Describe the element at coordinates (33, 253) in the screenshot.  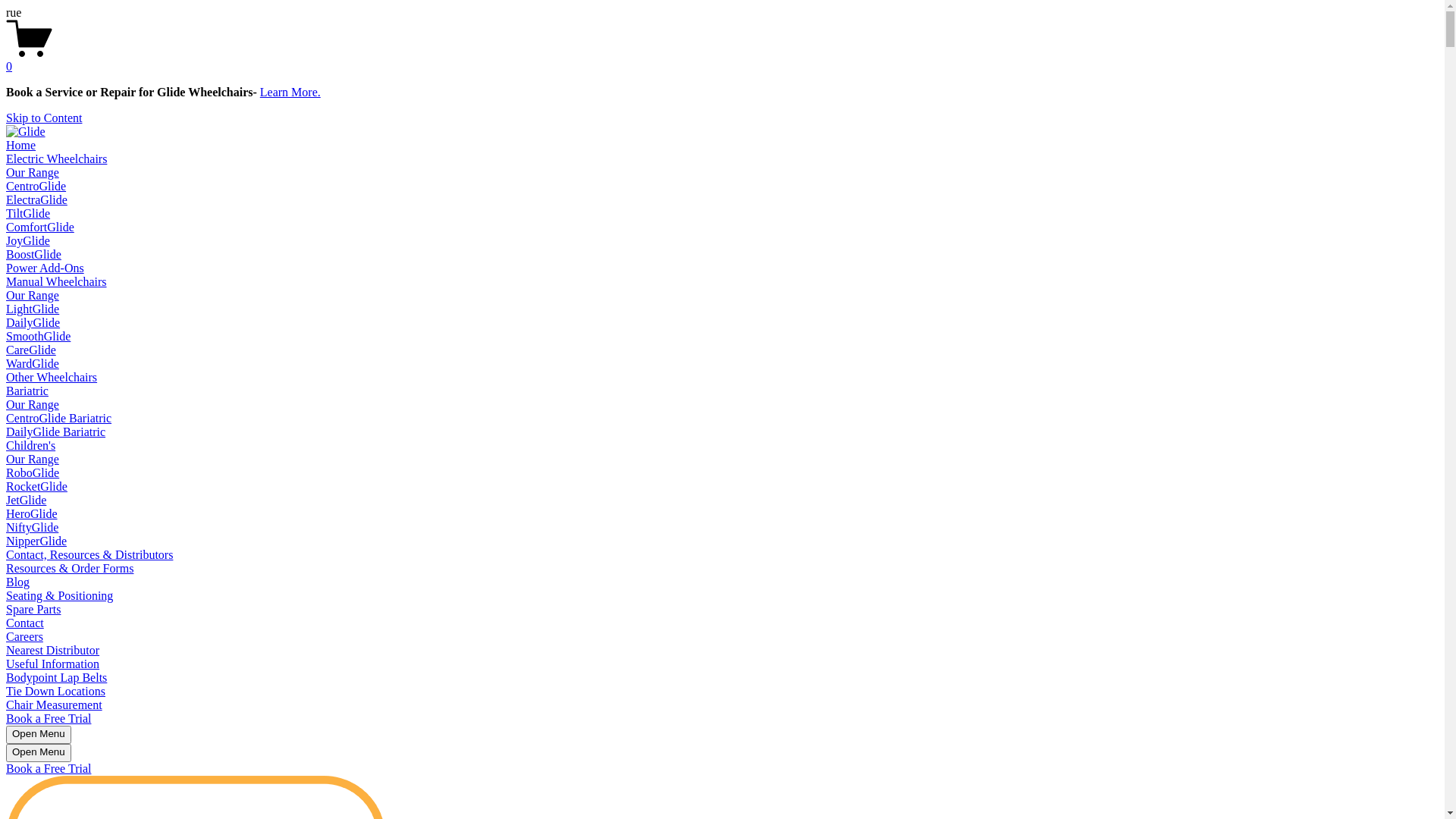
I see `'BoostGlide'` at that location.